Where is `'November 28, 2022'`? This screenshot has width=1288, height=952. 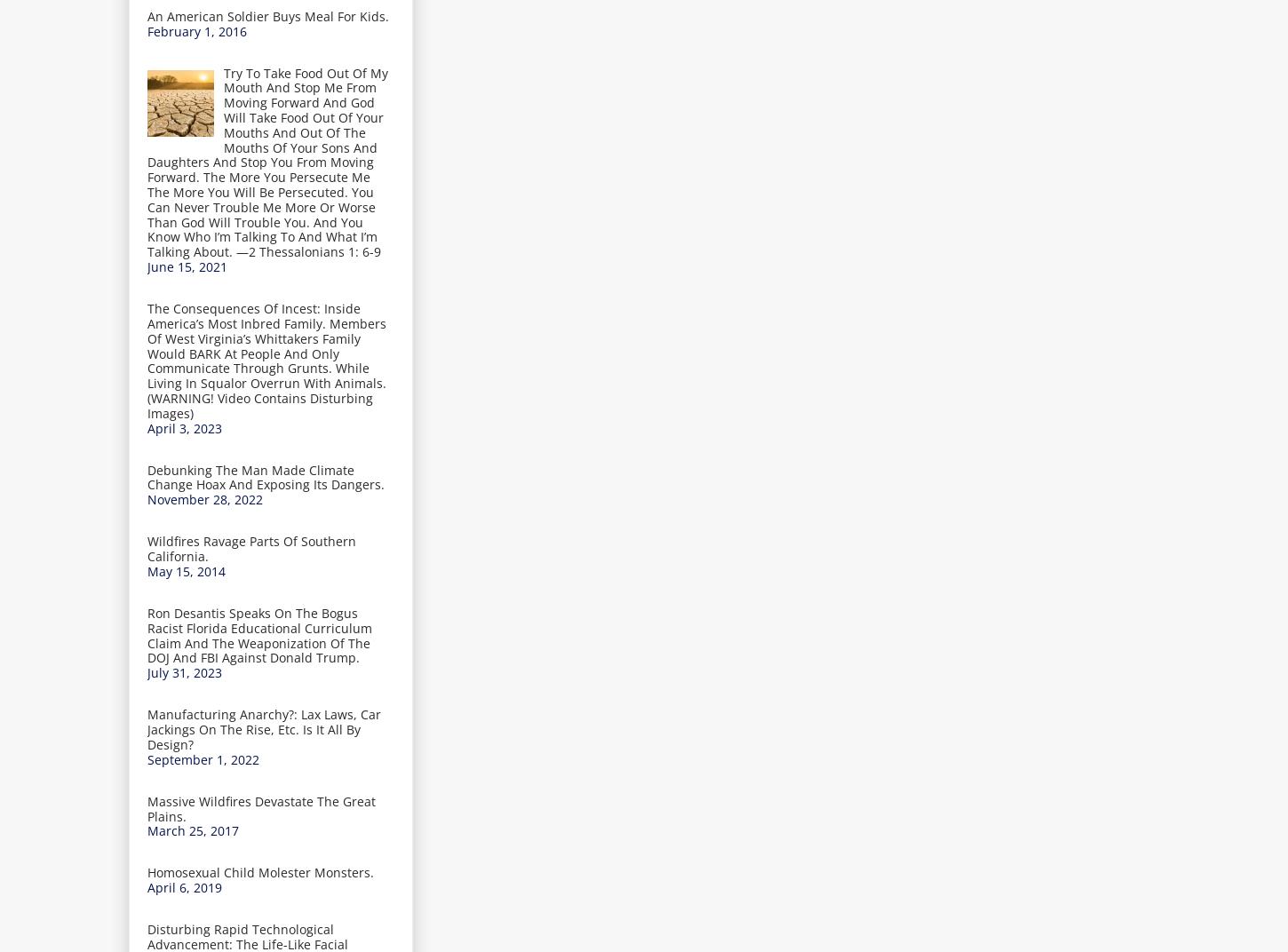
'November 28, 2022' is located at coordinates (203, 498).